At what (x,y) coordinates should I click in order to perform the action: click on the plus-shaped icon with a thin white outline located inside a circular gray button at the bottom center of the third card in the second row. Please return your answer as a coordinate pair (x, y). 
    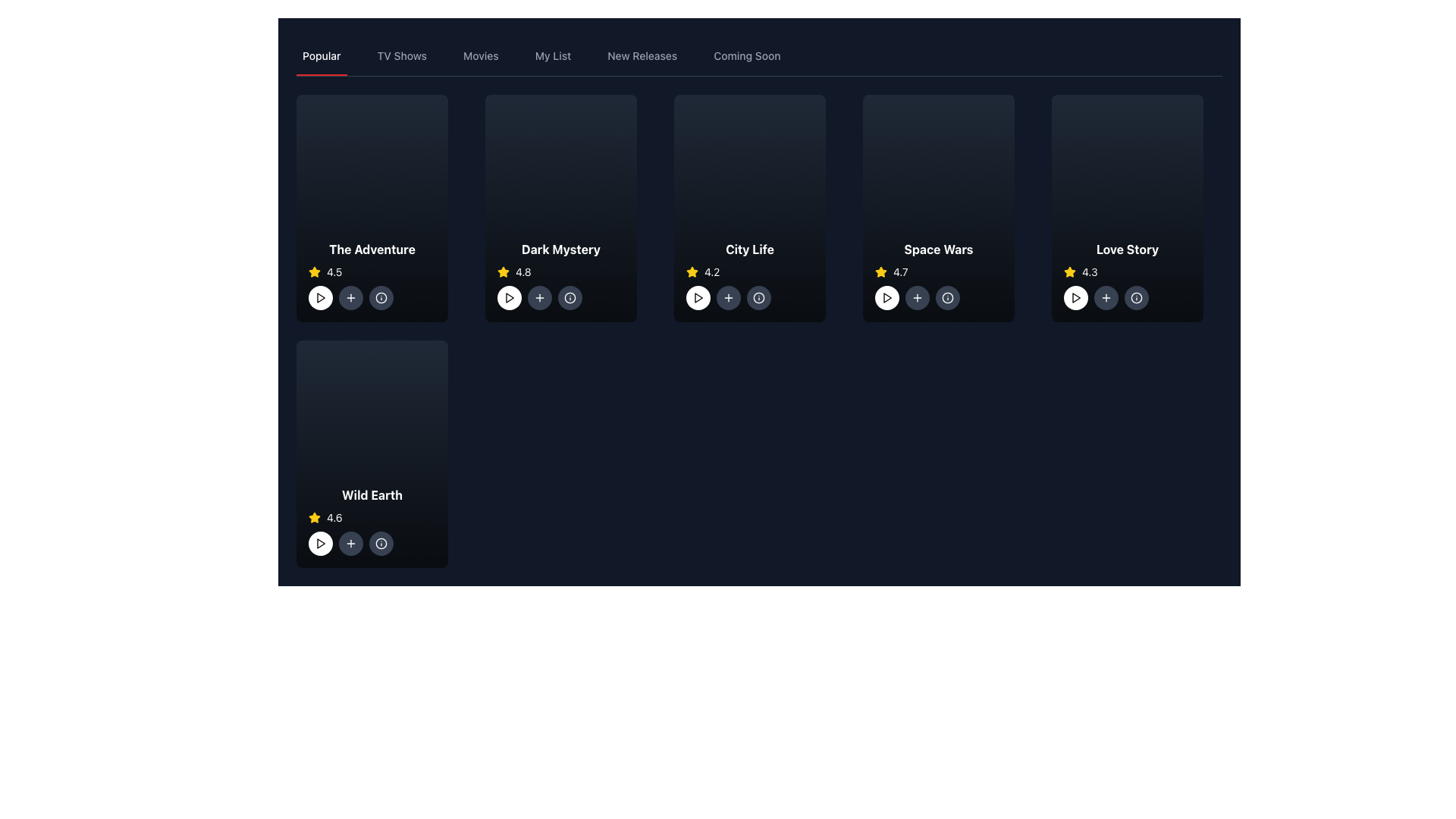
    Looking at the image, I should click on (916, 298).